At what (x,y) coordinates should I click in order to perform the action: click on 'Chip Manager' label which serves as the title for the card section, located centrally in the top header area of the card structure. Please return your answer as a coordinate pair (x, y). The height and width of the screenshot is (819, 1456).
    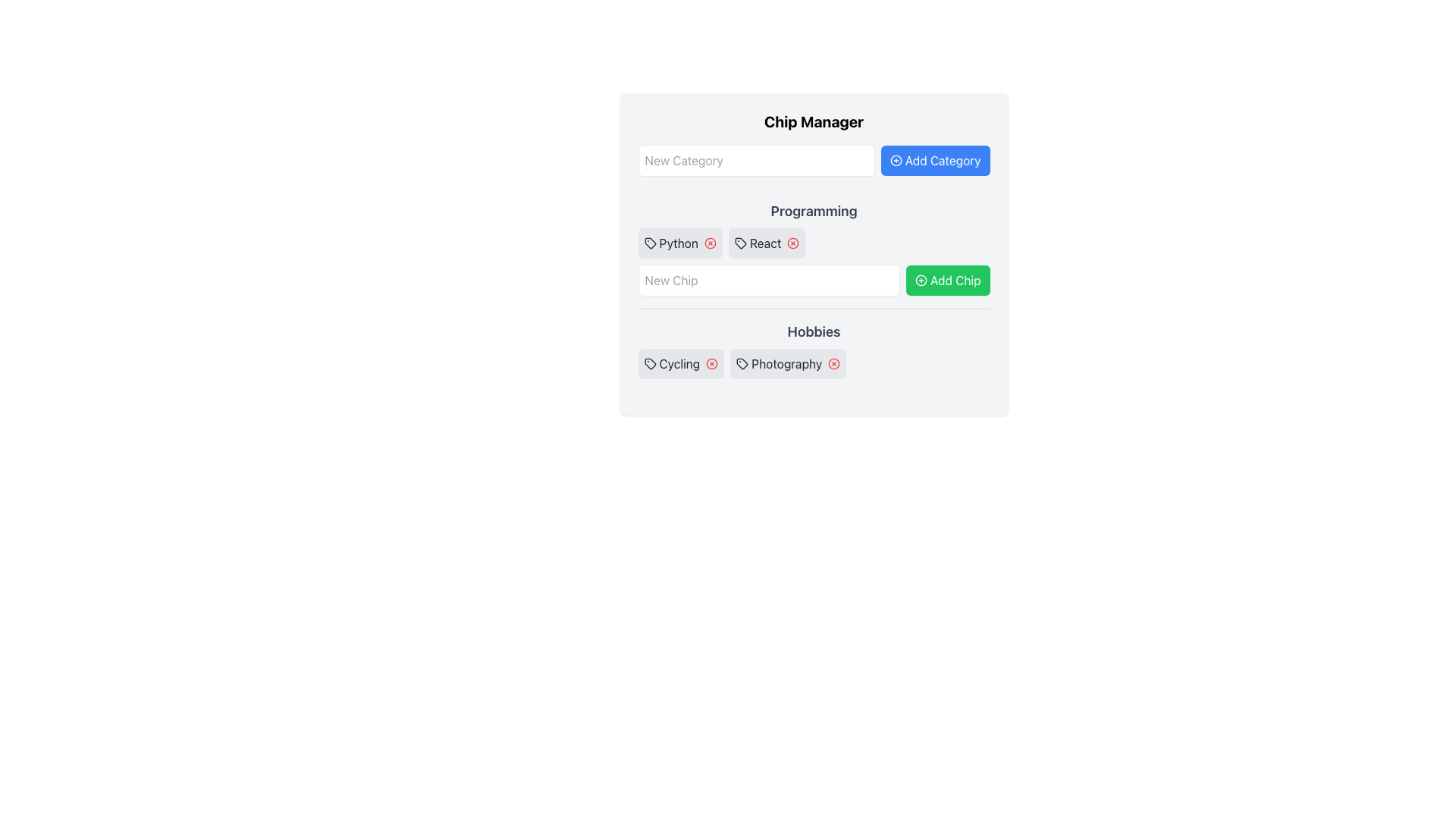
    Looking at the image, I should click on (813, 121).